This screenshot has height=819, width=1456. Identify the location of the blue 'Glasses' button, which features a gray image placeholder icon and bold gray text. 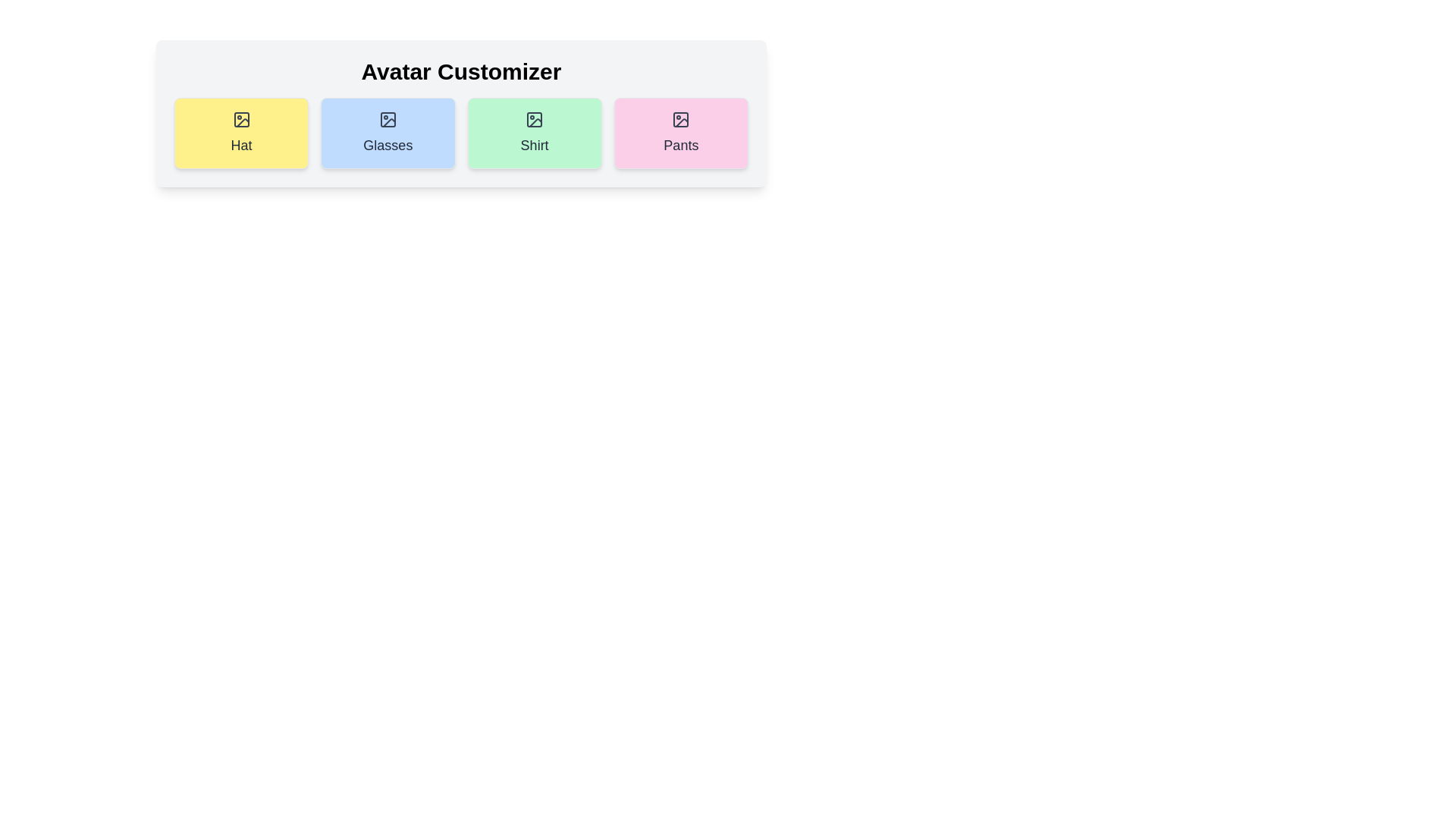
(388, 133).